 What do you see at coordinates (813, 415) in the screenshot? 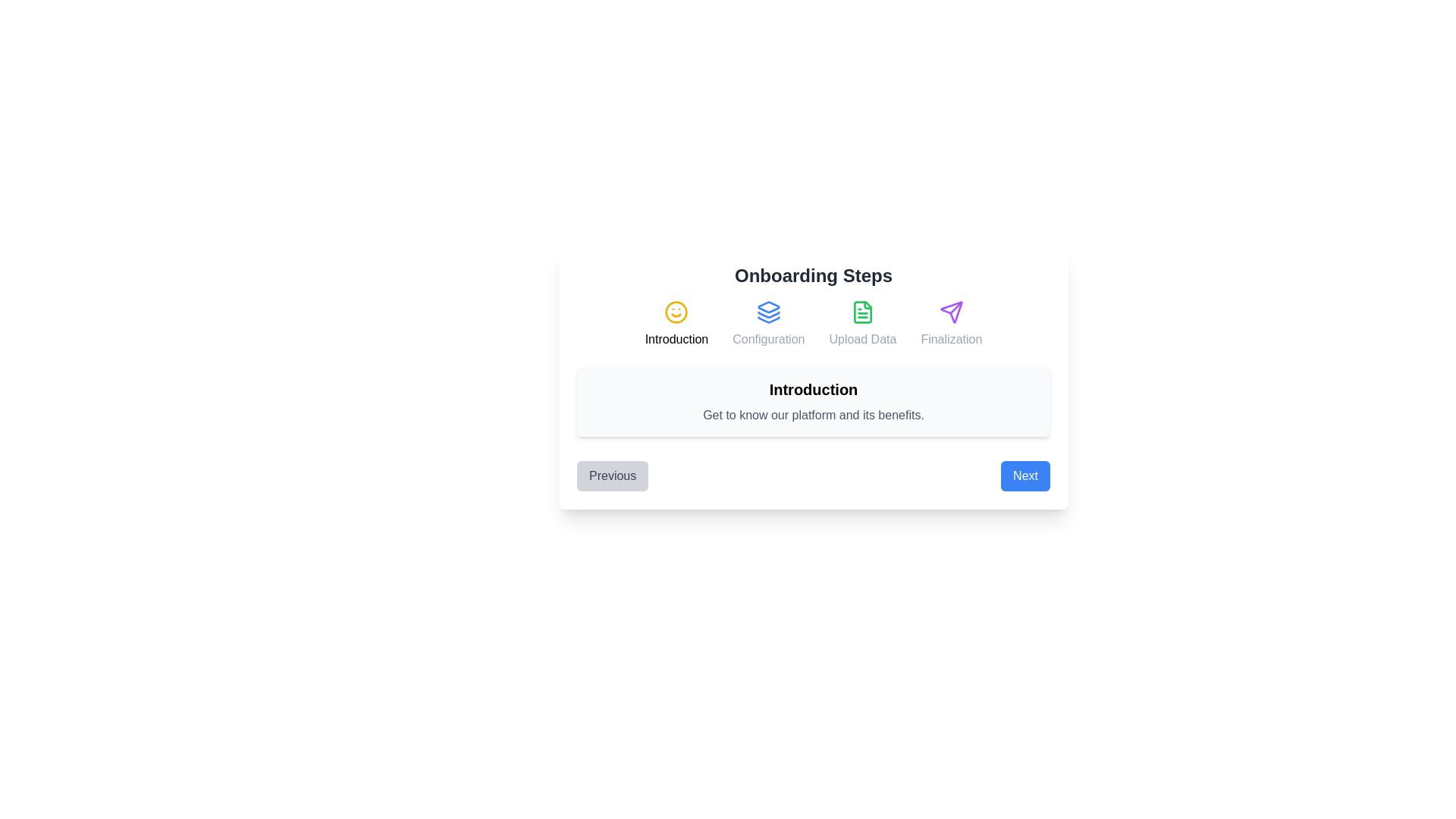
I see `the descriptive introduction text content element located within the white rounded box under the 'Introduction' step of the onboarding sequence` at bounding box center [813, 415].